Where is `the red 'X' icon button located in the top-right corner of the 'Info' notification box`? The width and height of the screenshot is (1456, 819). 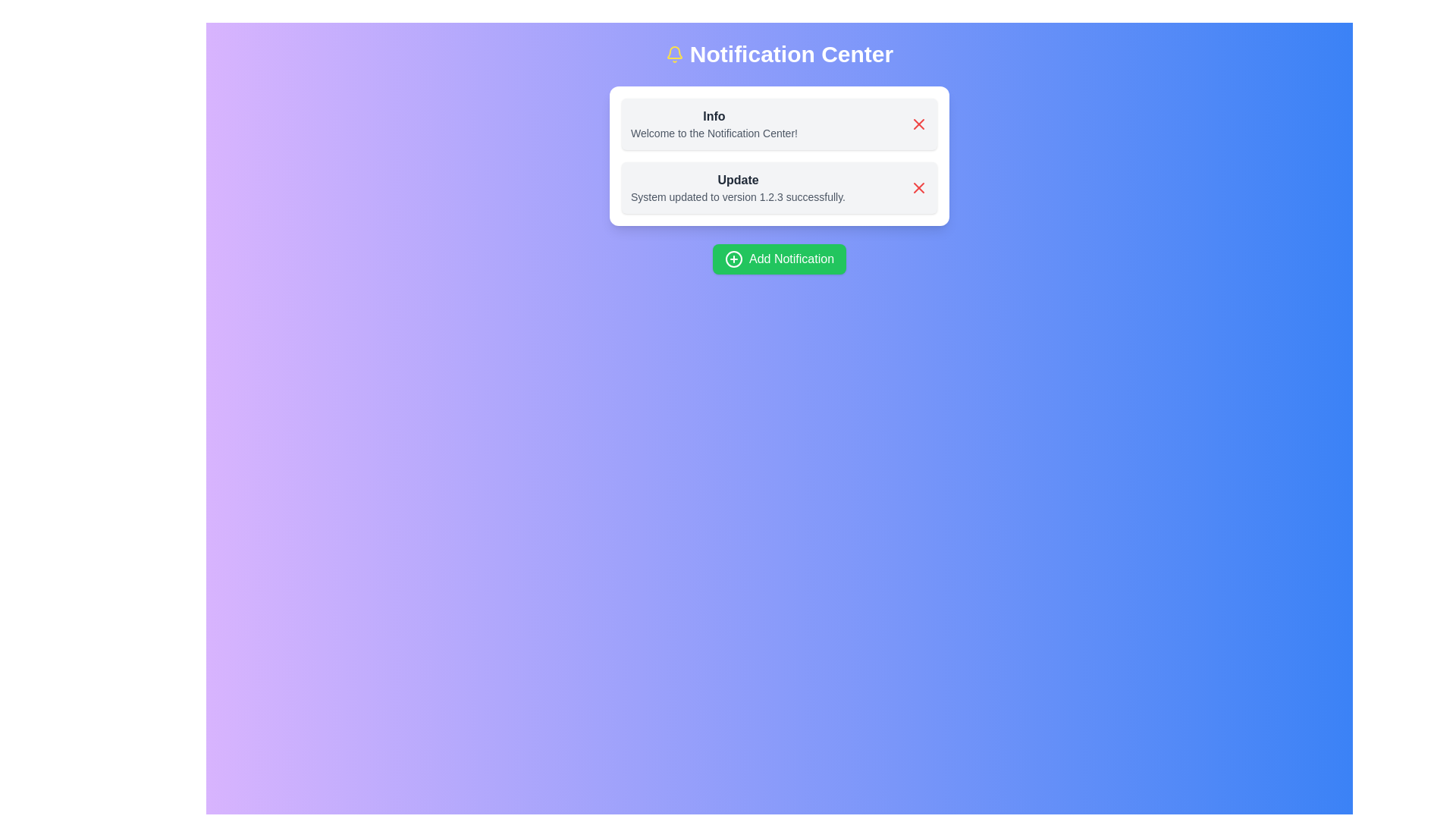 the red 'X' icon button located in the top-right corner of the 'Info' notification box is located at coordinates (918, 124).